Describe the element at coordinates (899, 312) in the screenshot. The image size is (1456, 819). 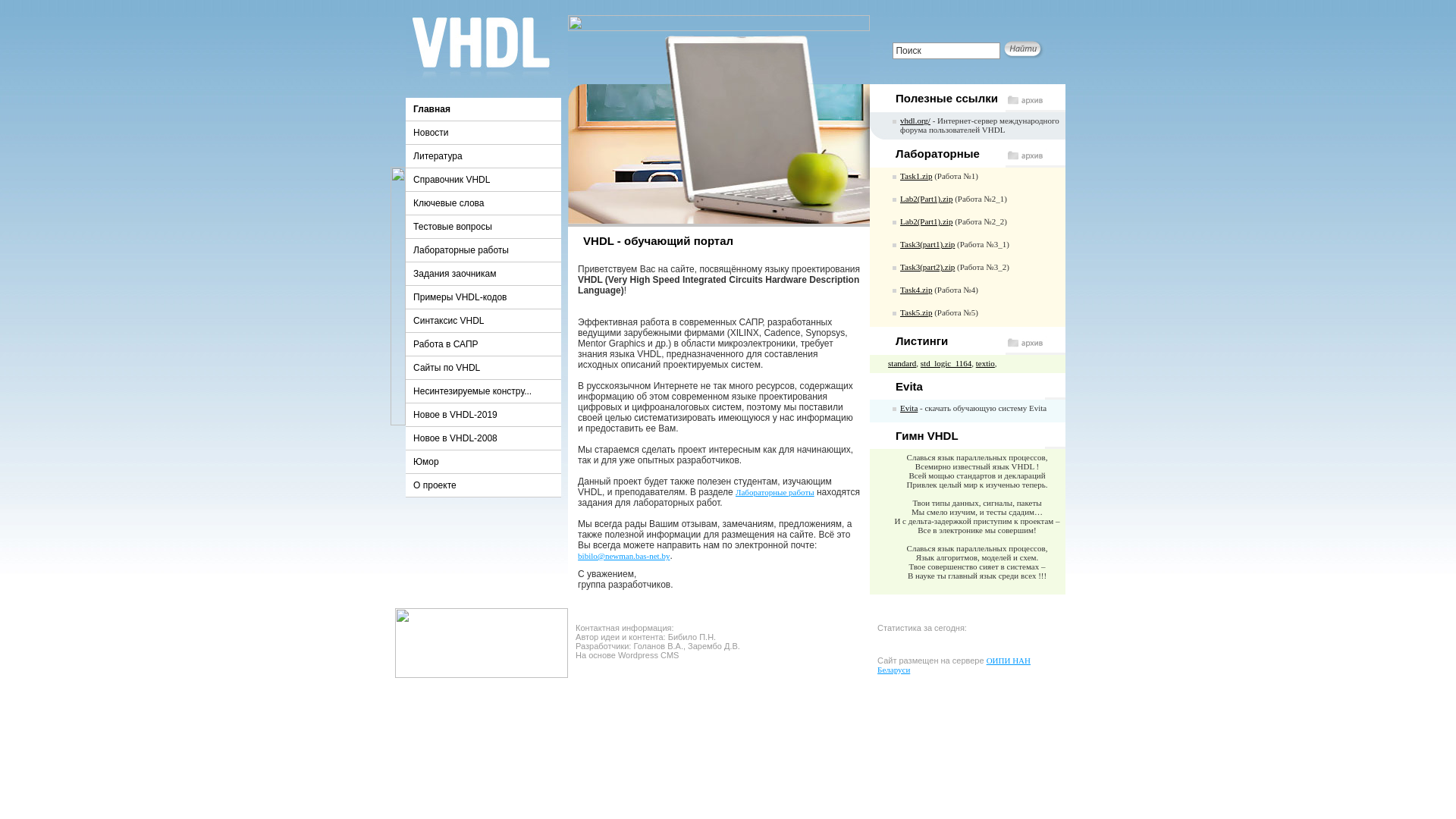
I see `'Task5.zip'` at that location.